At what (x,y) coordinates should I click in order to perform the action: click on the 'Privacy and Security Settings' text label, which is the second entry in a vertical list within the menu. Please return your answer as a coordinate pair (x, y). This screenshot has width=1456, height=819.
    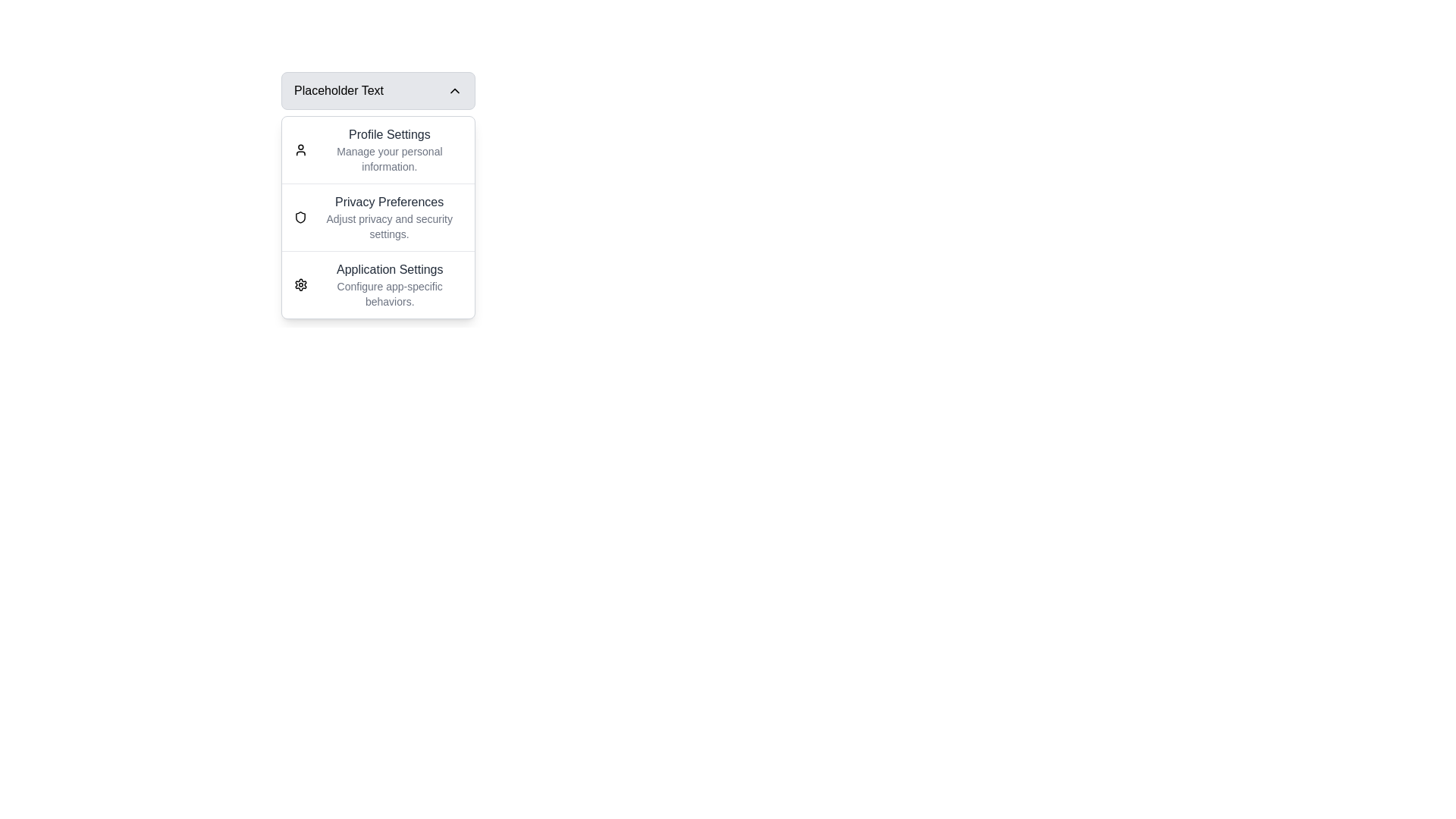
    Looking at the image, I should click on (389, 217).